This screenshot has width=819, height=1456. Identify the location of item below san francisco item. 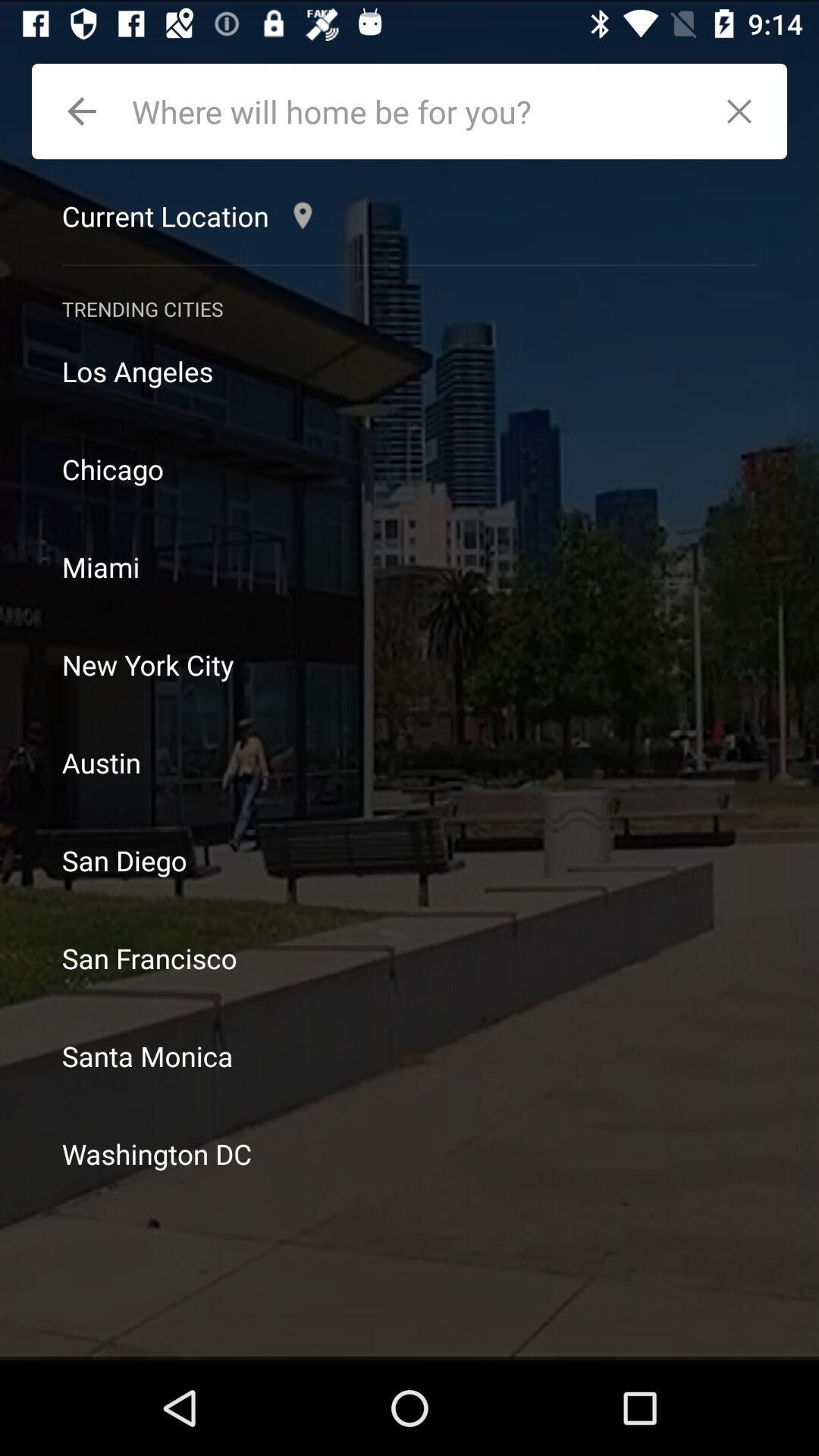
(409, 1055).